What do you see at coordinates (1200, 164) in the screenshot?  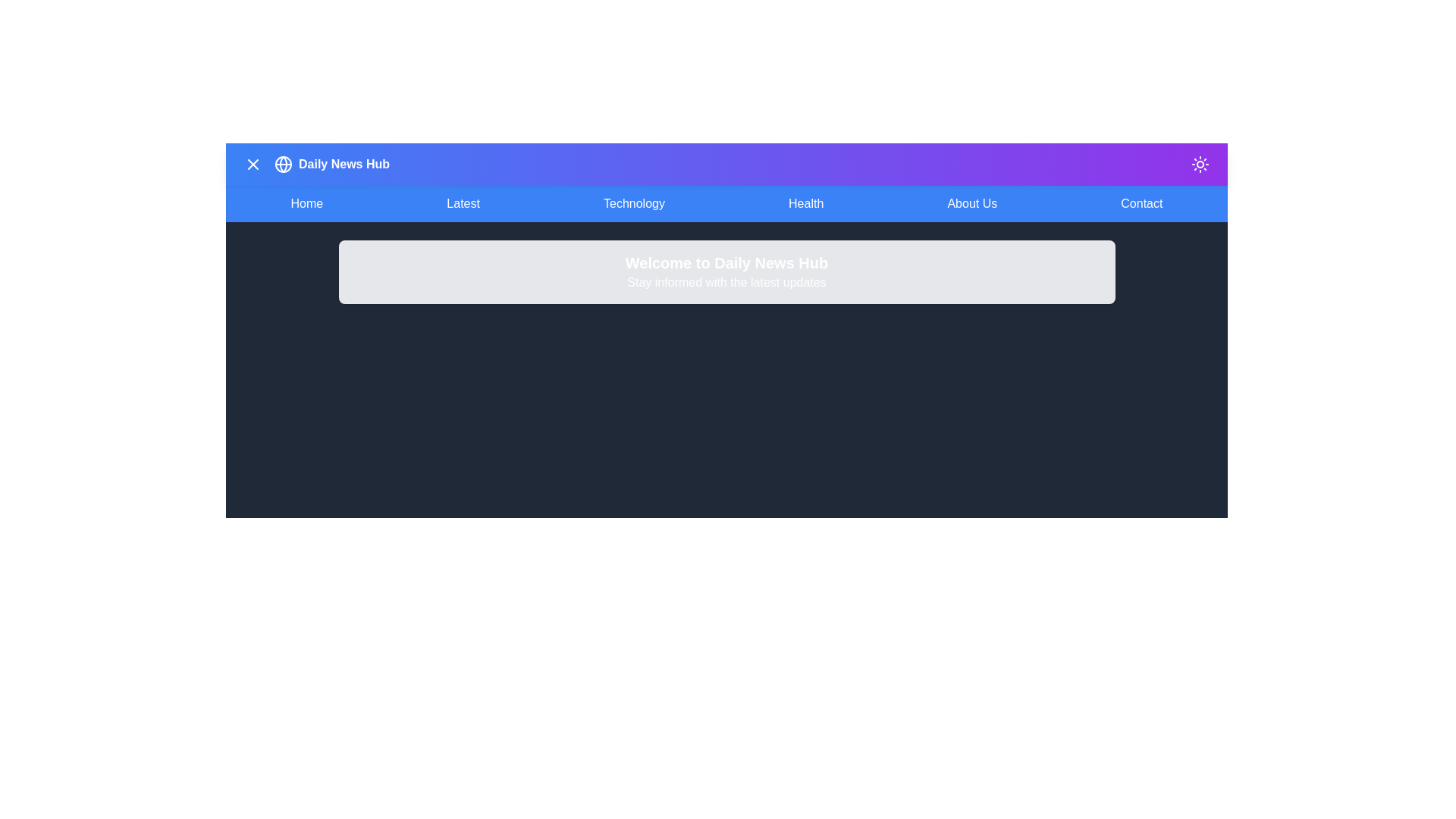 I see `the dark mode toggle button located at the top-right corner of the app bar` at bounding box center [1200, 164].